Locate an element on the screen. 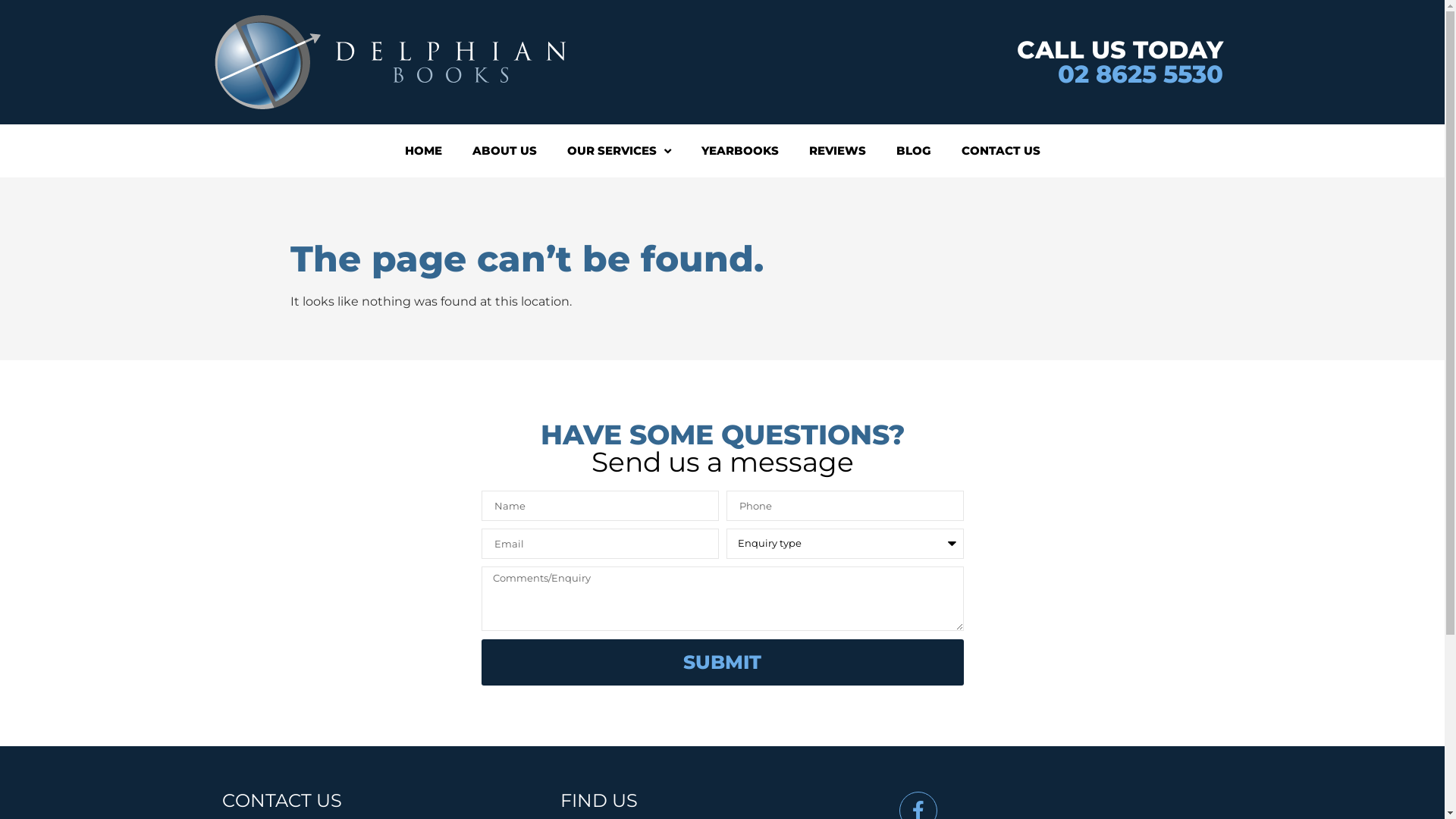 The height and width of the screenshot is (819, 1456). 'CONTACT US' is located at coordinates (1001, 151).